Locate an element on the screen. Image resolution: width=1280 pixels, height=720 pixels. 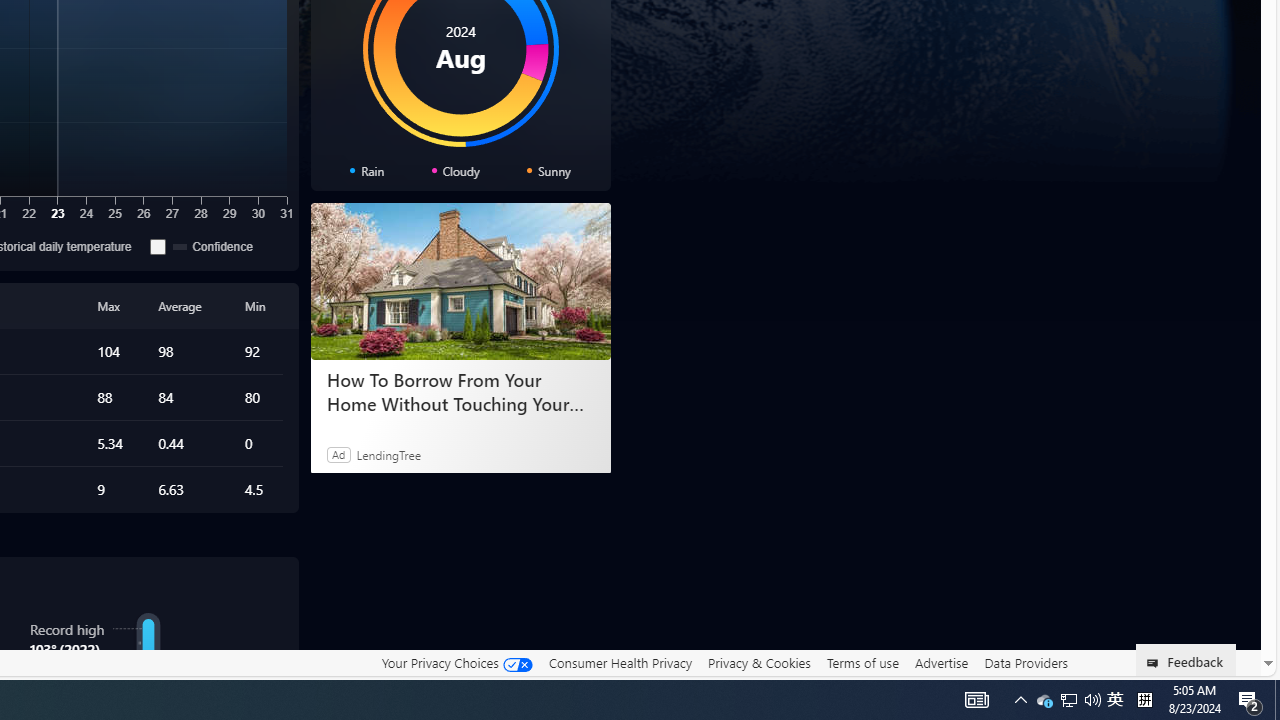
'Privacy & Cookies' is located at coordinates (758, 662).